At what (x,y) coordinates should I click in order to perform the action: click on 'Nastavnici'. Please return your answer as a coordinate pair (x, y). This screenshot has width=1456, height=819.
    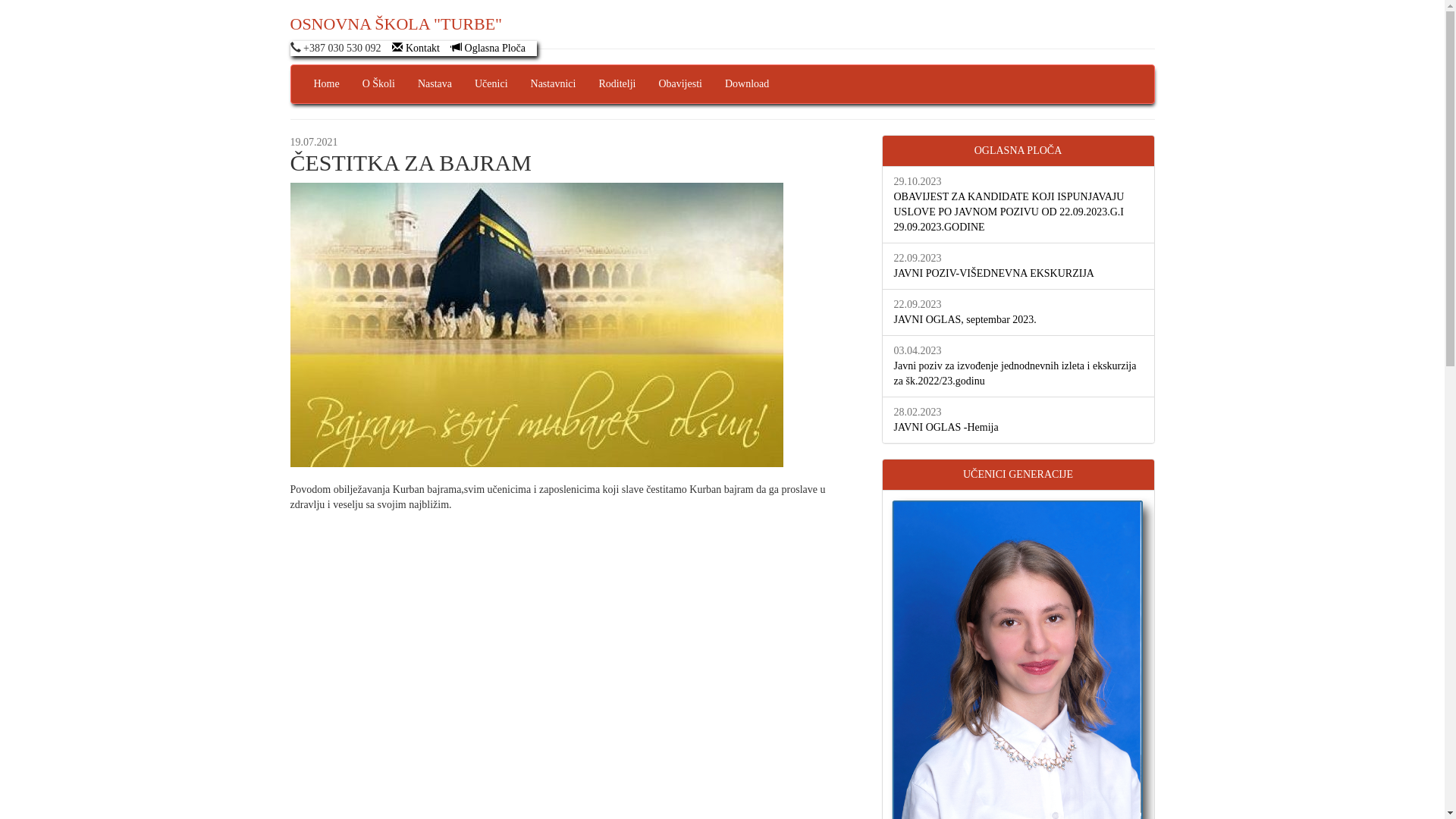
    Looking at the image, I should click on (552, 84).